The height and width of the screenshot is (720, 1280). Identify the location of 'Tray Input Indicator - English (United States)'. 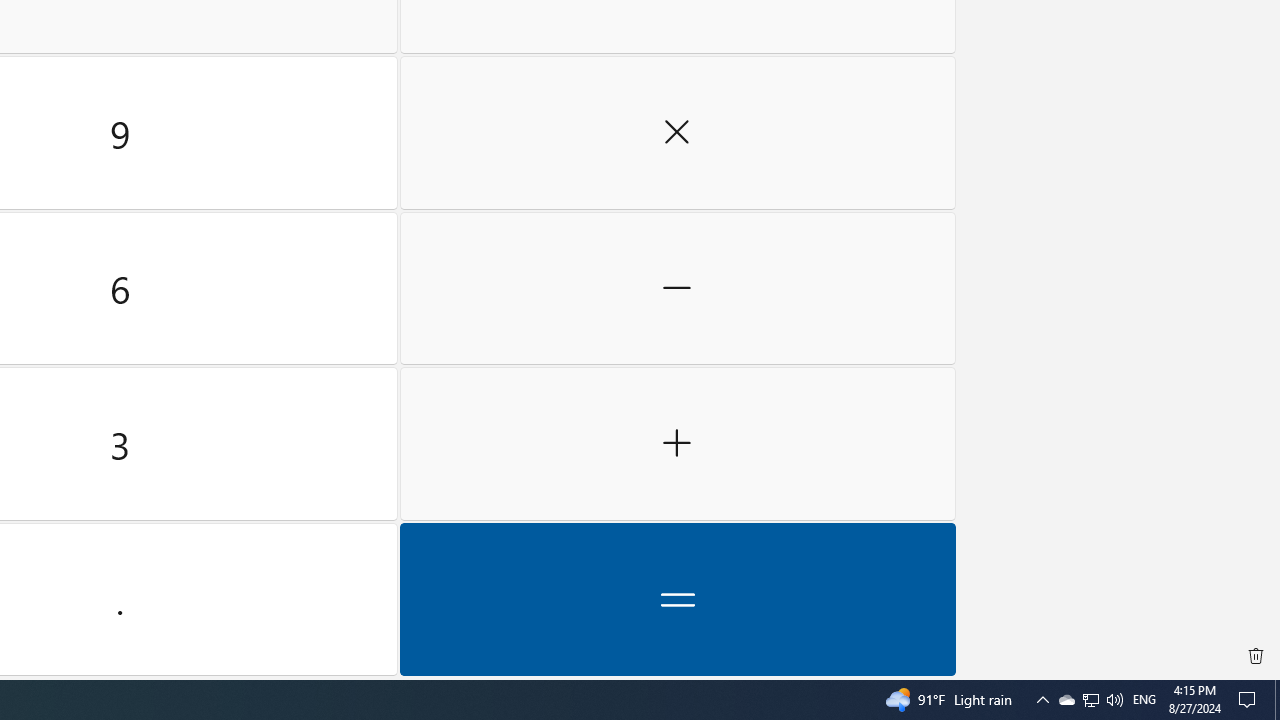
(1113, 698).